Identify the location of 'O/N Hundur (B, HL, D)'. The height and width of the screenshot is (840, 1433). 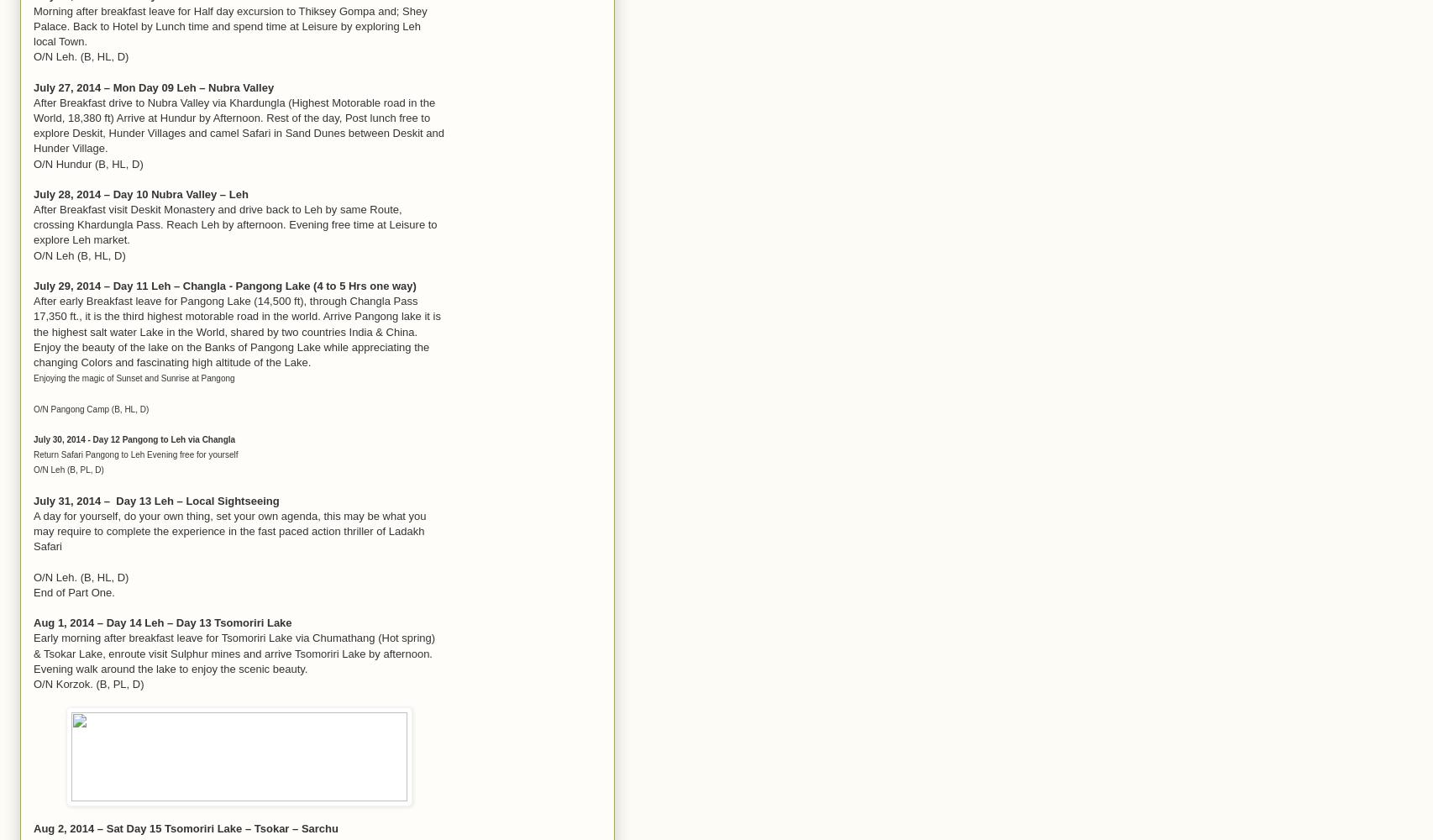
(87, 162).